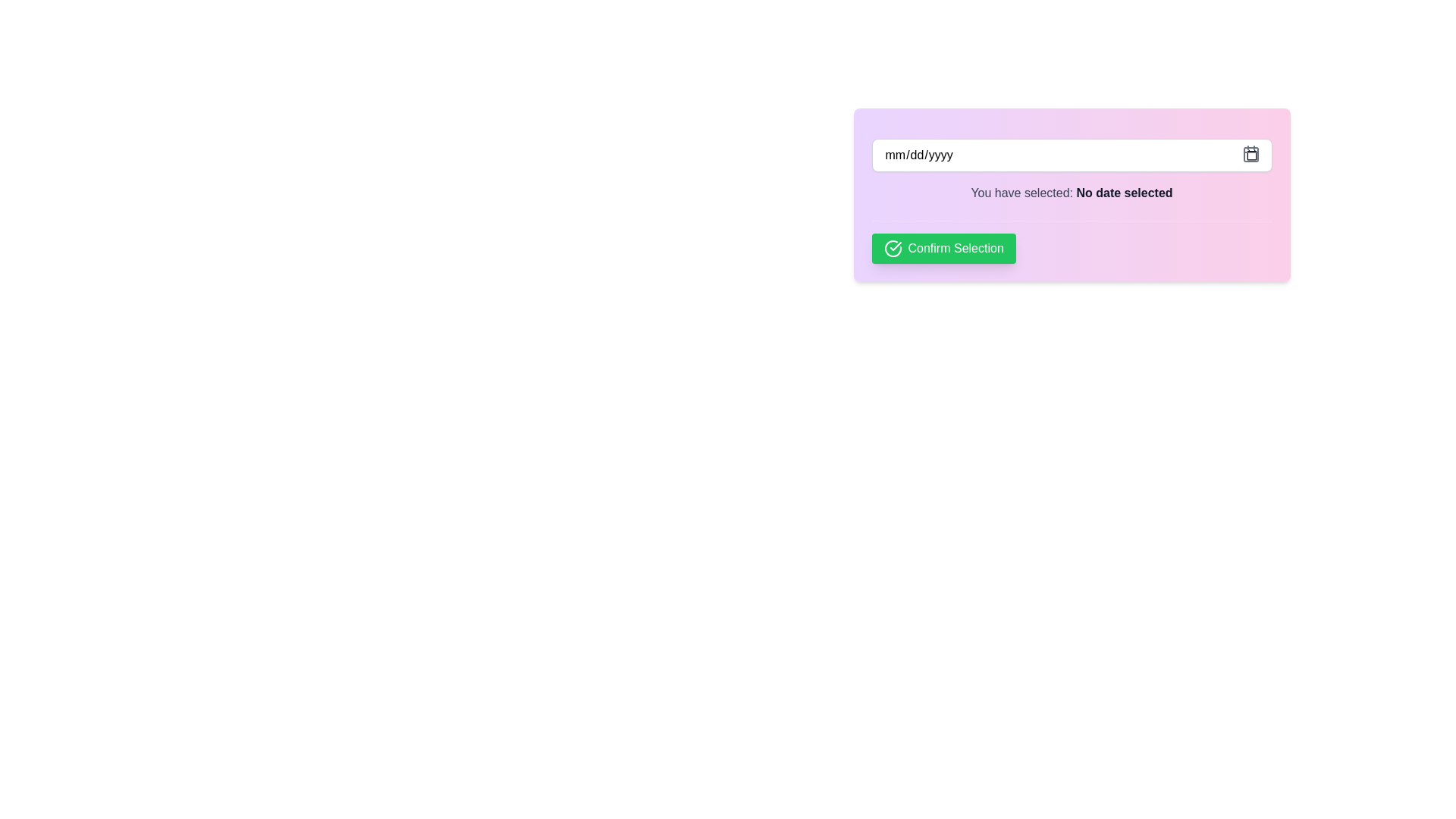 This screenshot has width=1456, height=819. Describe the element at coordinates (955, 247) in the screenshot. I see `the text label that serves as the title or description for the confirm selection button, located centrally within the green button on the bottom-left side of the interface` at that location.